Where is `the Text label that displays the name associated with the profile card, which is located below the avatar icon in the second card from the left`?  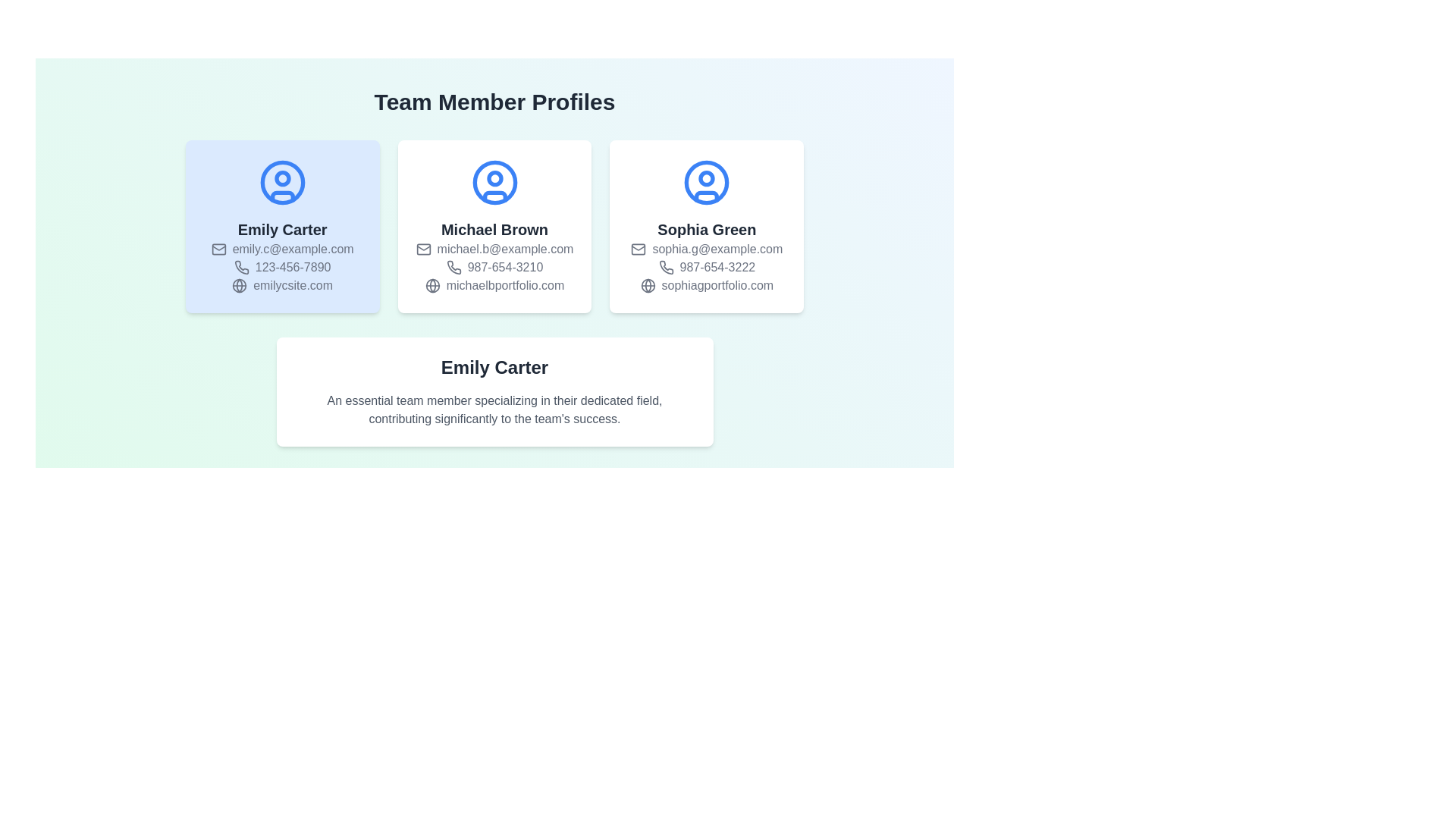 the Text label that displays the name associated with the profile card, which is located below the avatar icon in the second card from the left is located at coordinates (494, 230).